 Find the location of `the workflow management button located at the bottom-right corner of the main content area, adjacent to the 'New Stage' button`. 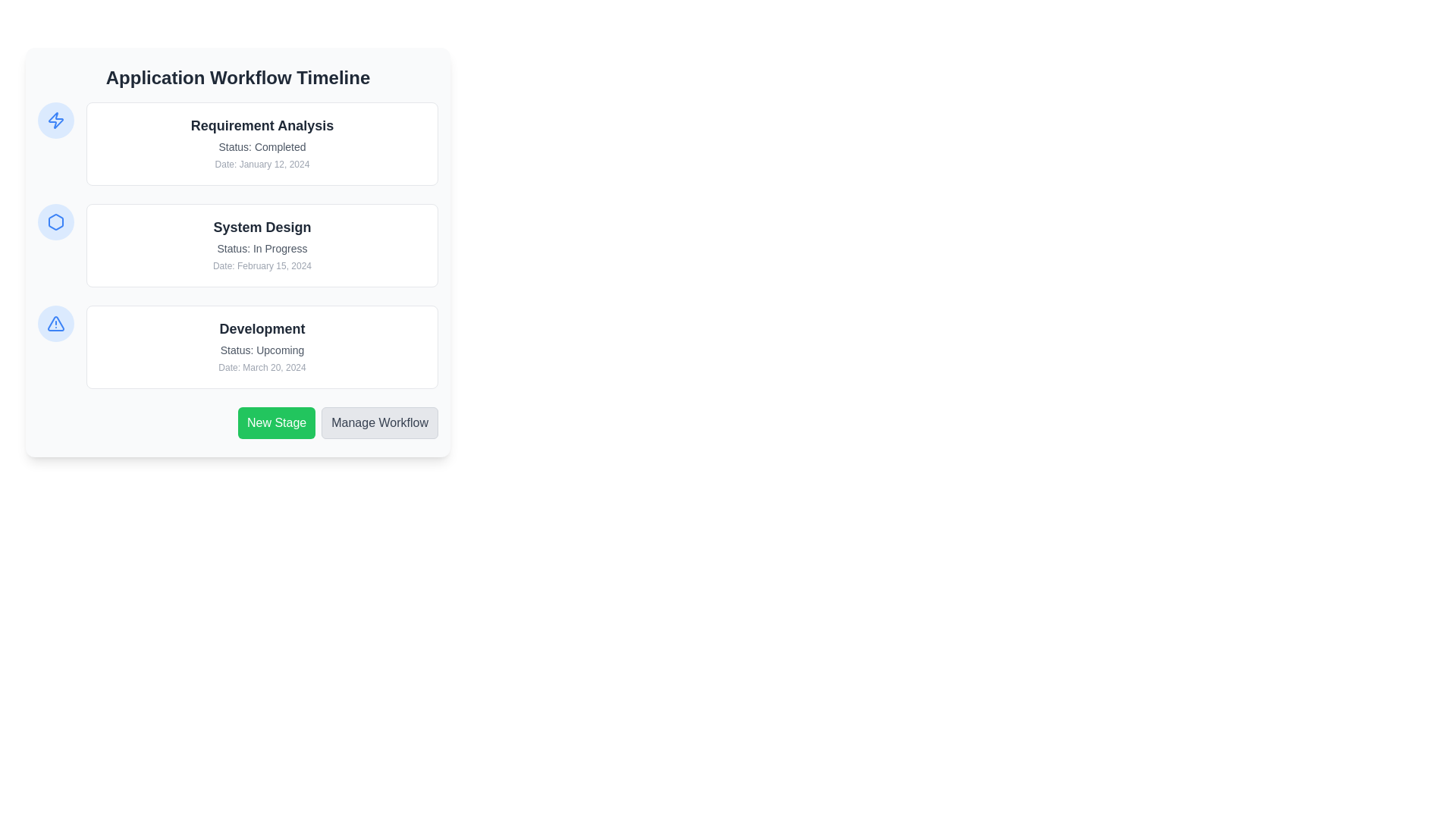

the workflow management button located at the bottom-right corner of the main content area, adjacent to the 'New Stage' button is located at coordinates (380, 423).